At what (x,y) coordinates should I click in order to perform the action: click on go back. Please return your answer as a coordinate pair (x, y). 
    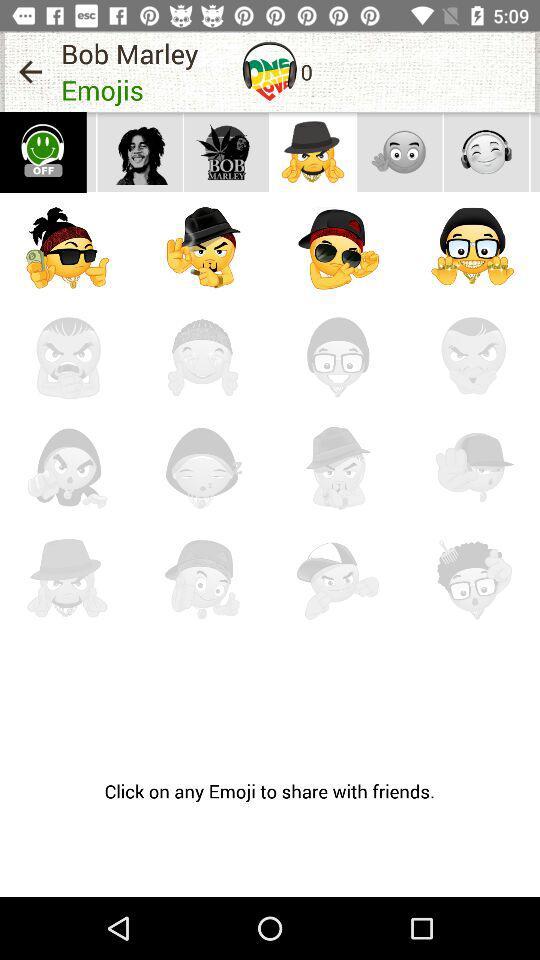
    Looking at the image, I should click on (29, 71).